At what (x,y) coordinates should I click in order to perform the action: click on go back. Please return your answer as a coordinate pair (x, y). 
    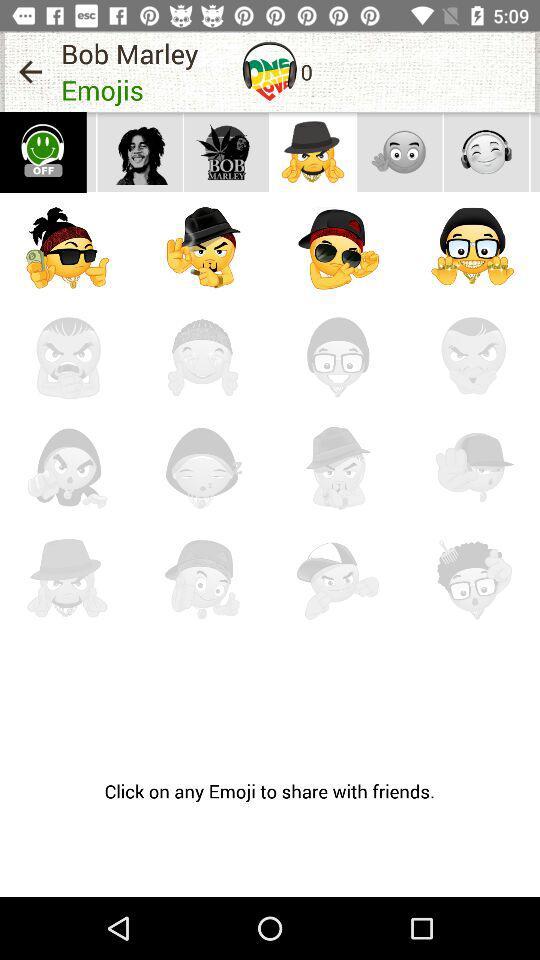
    Looking at the image, I should click on (29, 71).